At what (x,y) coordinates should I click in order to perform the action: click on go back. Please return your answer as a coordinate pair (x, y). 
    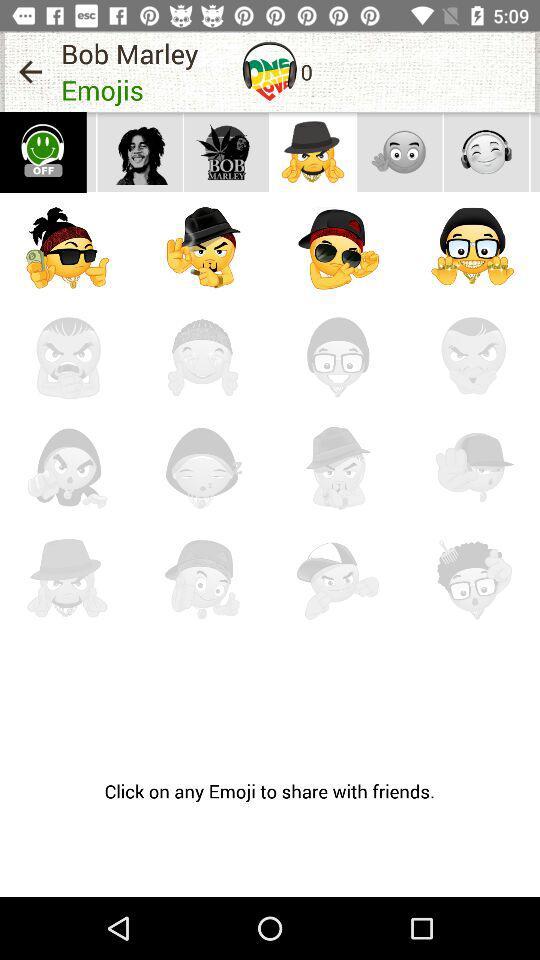
    Looking at the image, I should click on (29, 71).